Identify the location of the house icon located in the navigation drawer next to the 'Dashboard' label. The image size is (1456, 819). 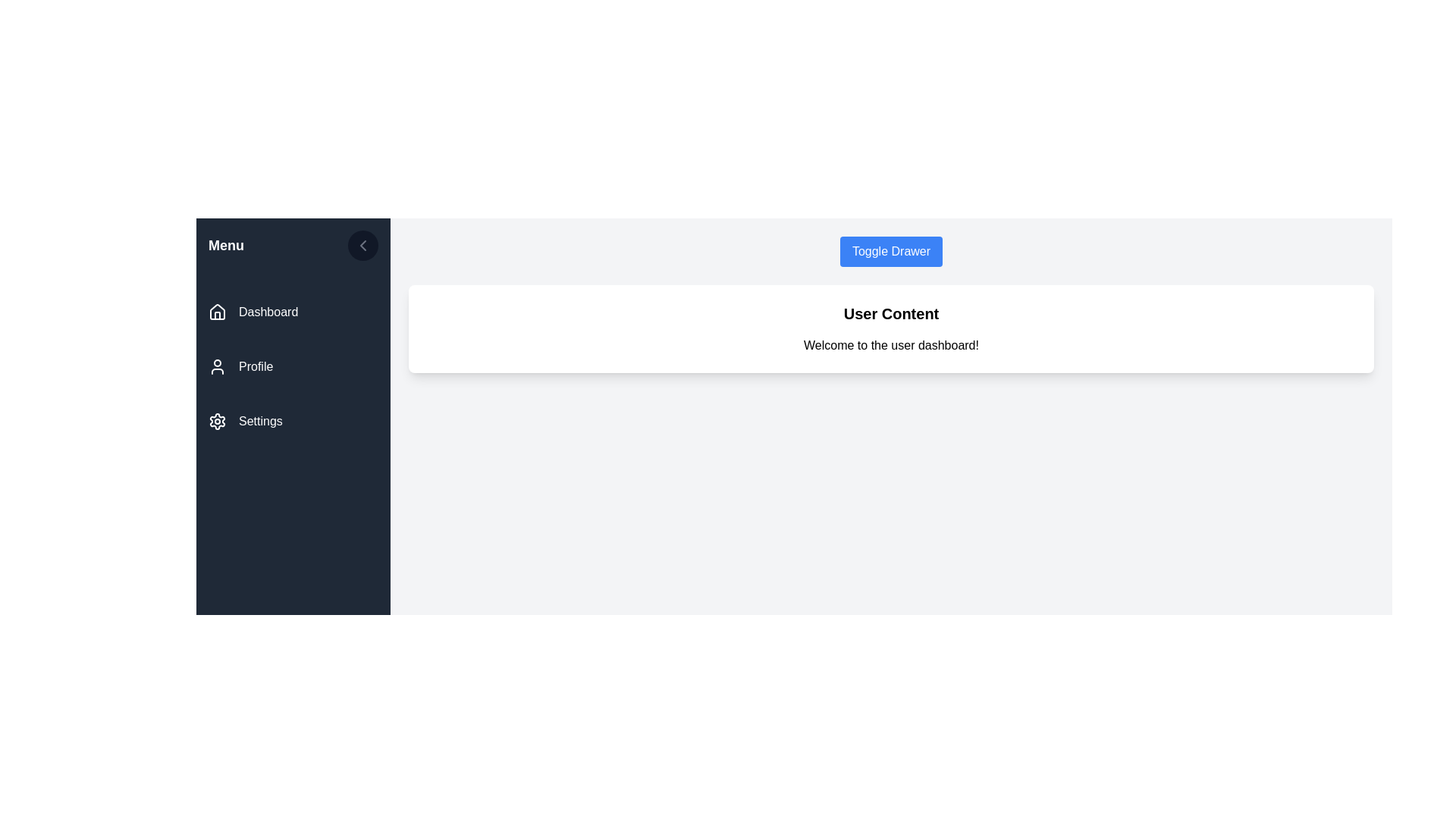
(217, 311).